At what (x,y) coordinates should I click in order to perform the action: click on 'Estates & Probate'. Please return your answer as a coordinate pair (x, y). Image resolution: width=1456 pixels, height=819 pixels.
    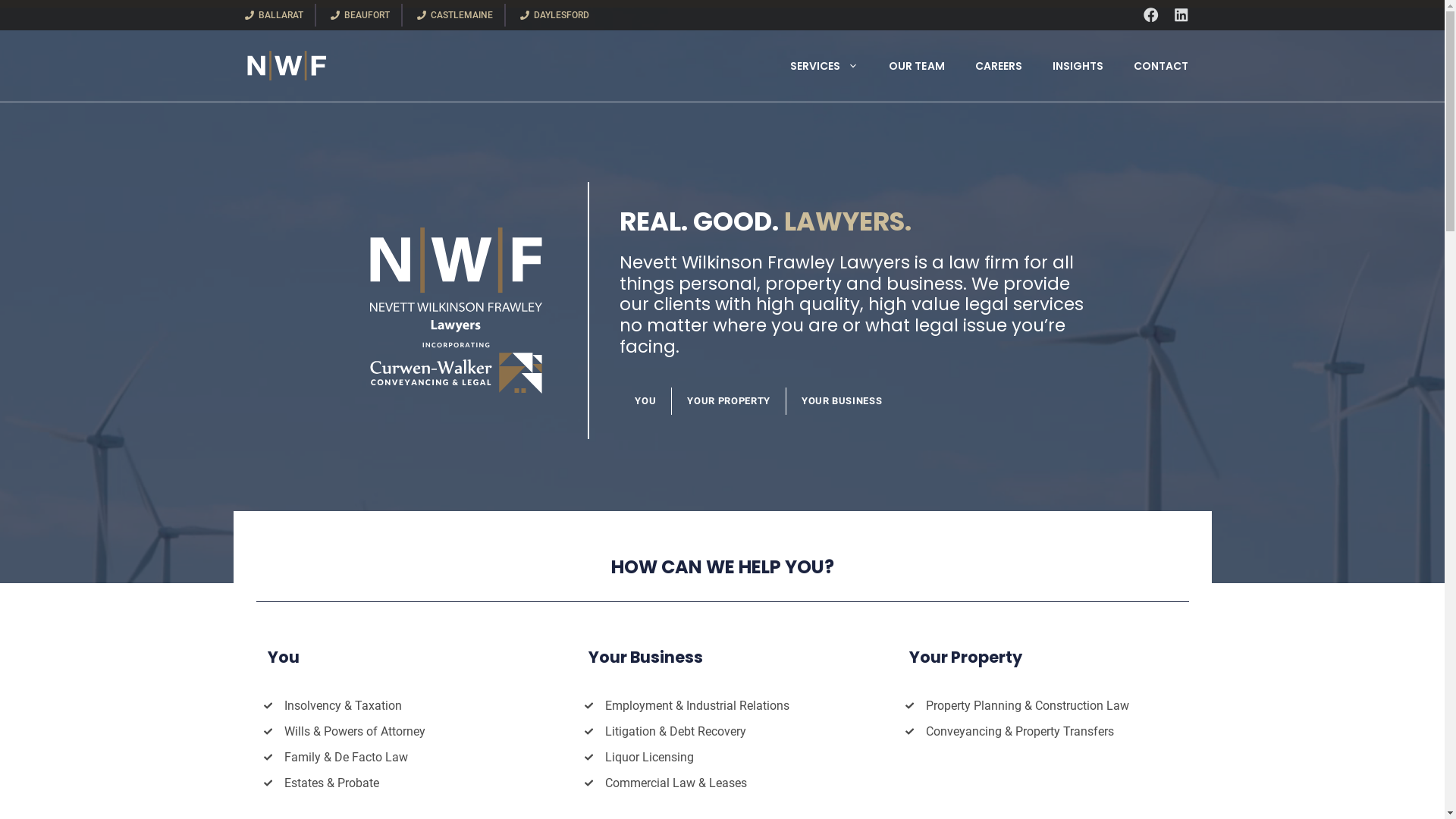
    Looking at the image, I should click on (331, 783).